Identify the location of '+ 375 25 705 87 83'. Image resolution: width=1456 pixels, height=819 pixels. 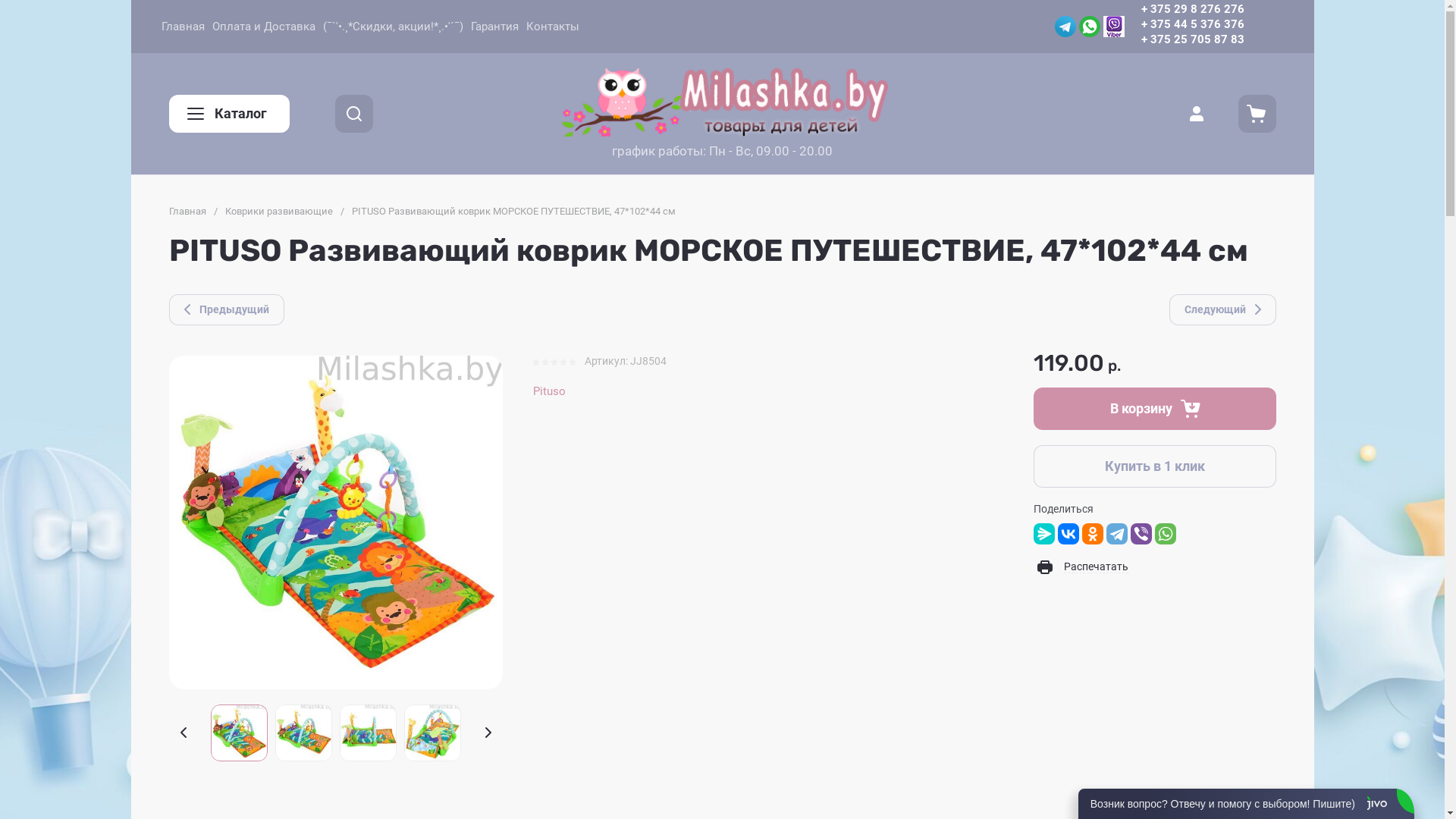
(1140, 38).